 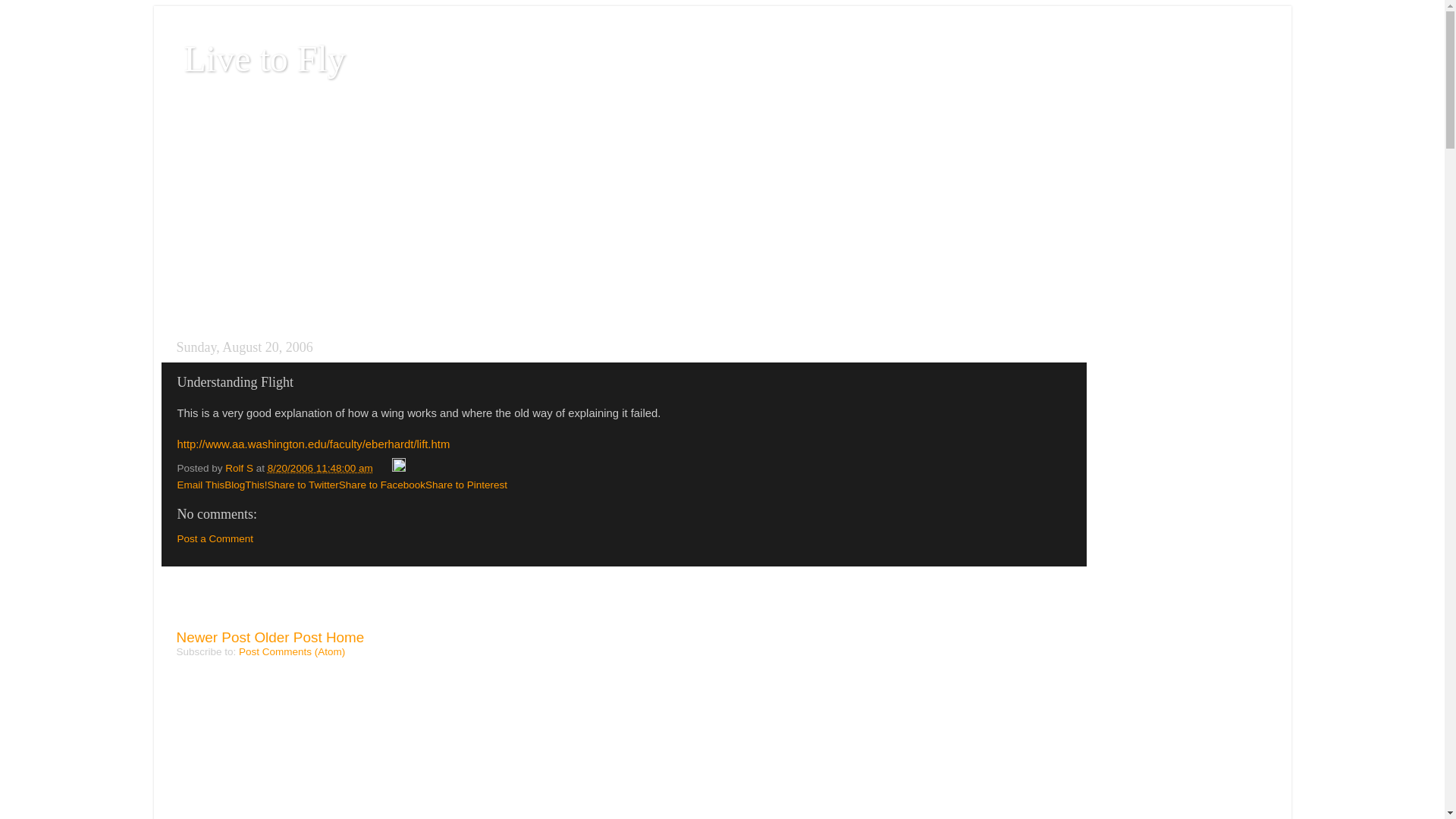 I want to click on 'Share to Twitter', so click(x=303, y=485).